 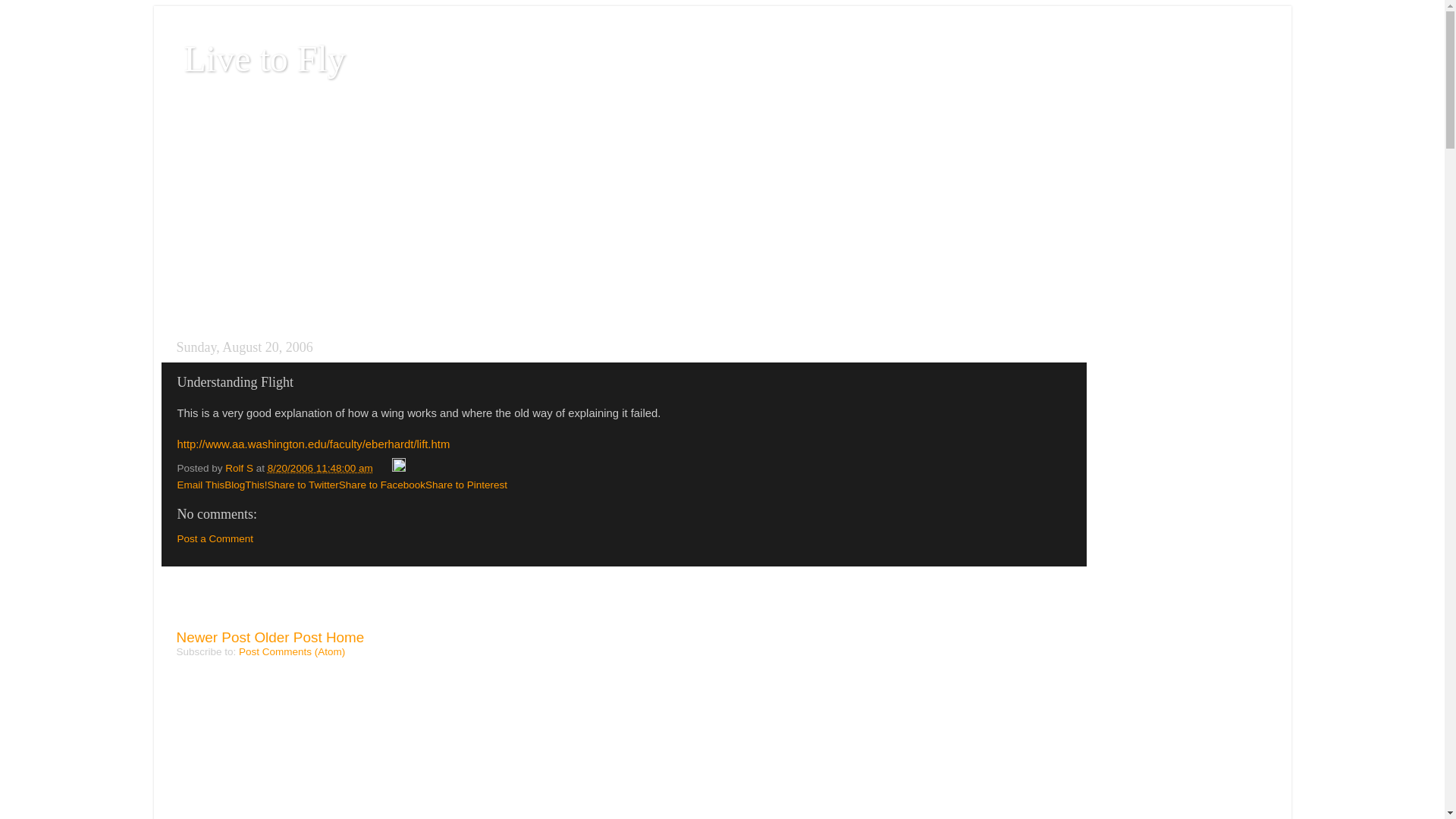 I want to click on 'Share to Twitter', so click(x=303, y=485).